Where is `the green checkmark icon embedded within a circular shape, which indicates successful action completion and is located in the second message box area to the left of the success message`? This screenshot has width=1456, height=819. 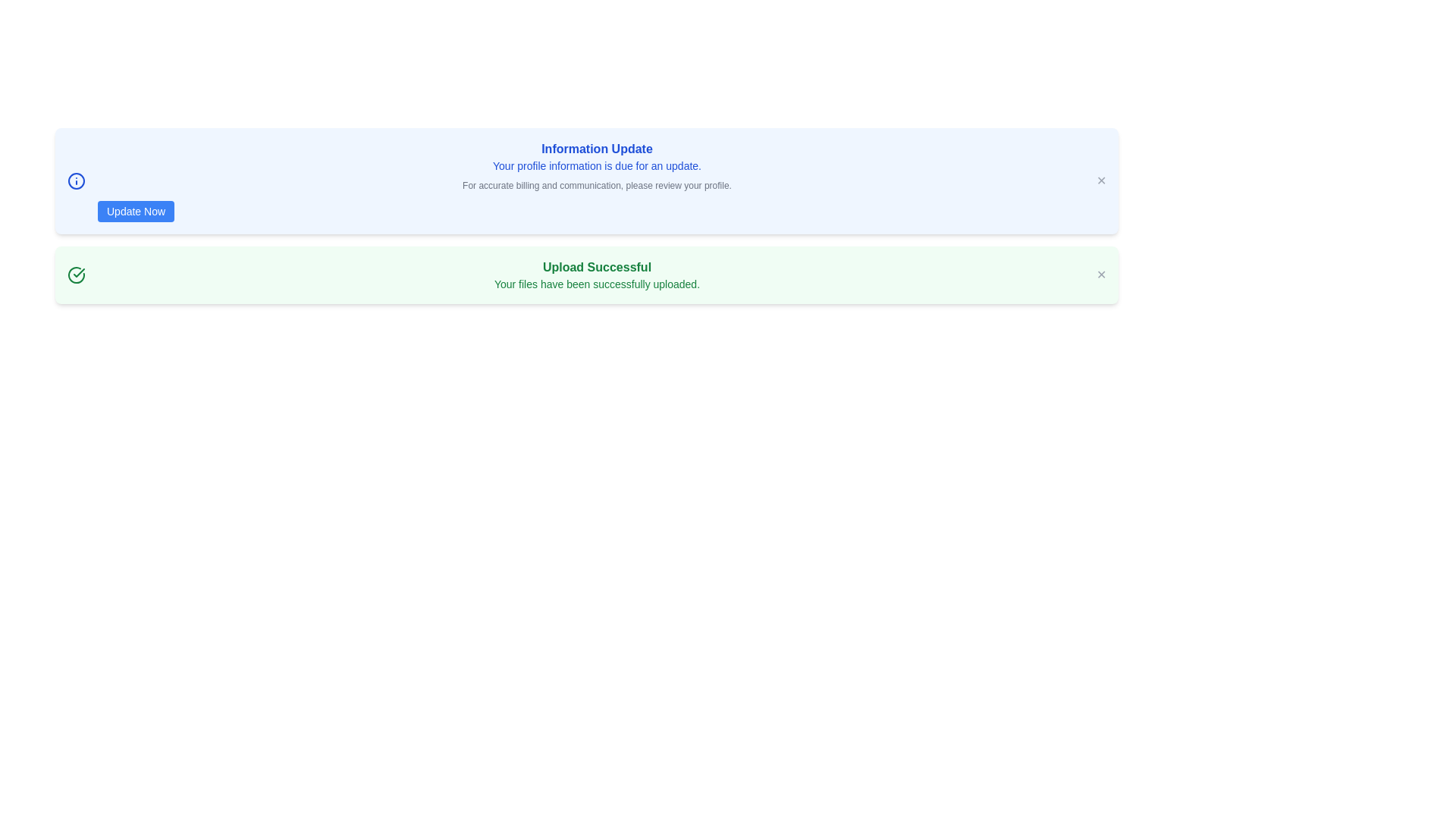 the green checkmark icon embedded within a circular shape, which indicates successful action completion and is located in the second message box area to the left of the success message is located at coordinates (78, 271).